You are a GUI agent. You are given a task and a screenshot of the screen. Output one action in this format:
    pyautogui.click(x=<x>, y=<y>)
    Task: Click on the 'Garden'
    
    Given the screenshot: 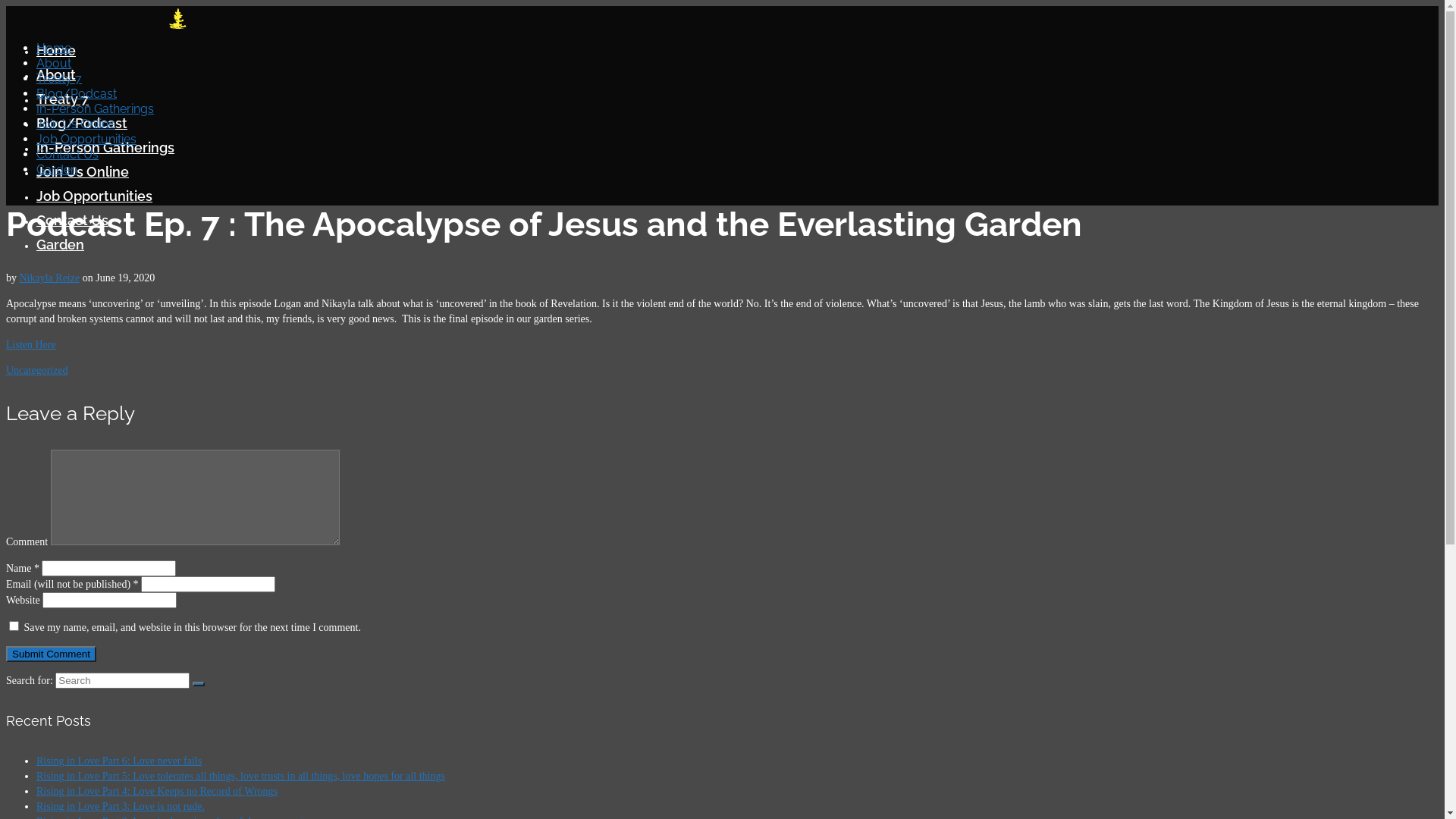 What is the action you would take?
    pyautogui.click(x=57, y=169)
    